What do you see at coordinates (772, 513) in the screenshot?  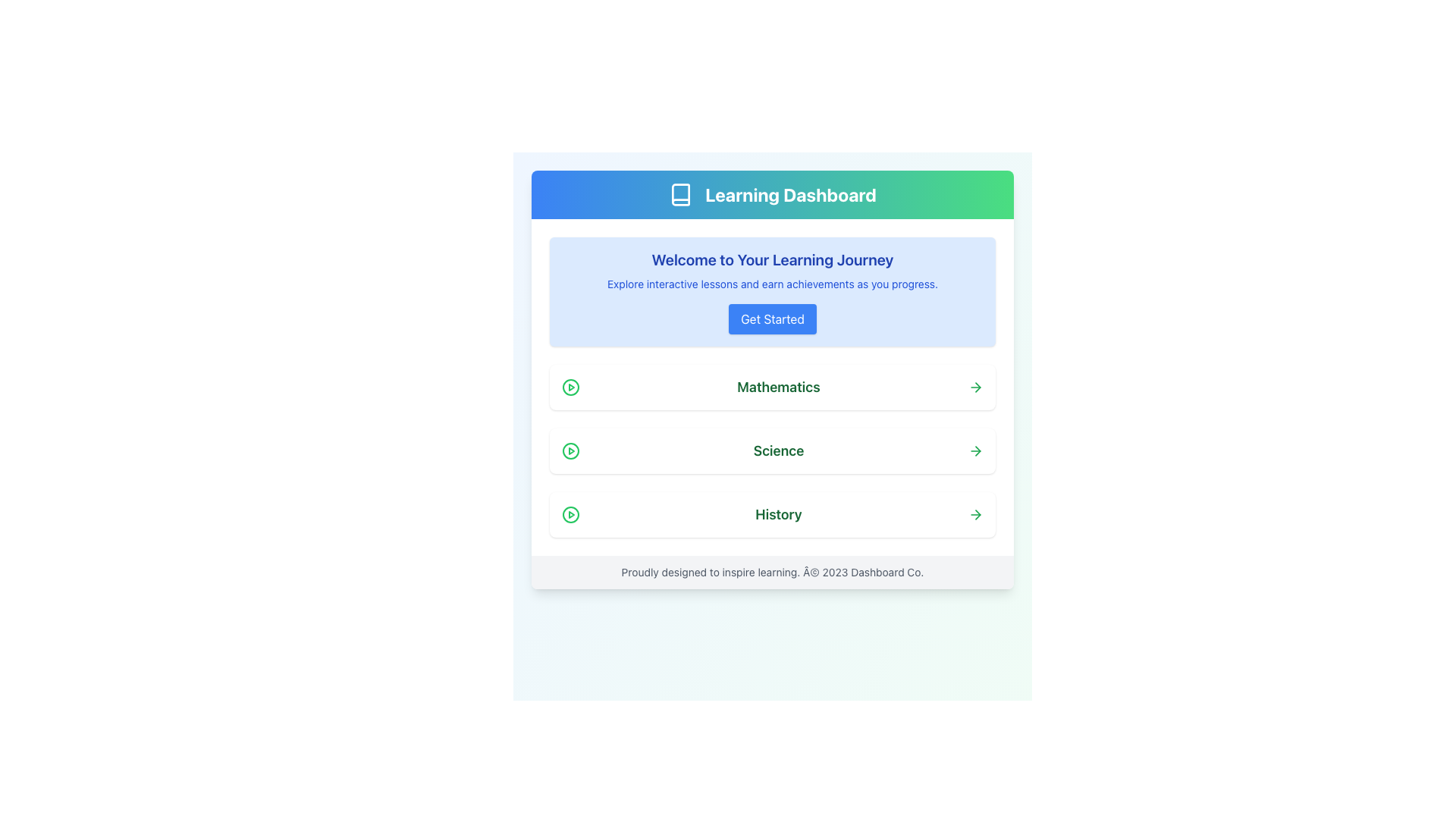 I see `the 'History' navigation button located below the 'Mathematics' and 'Science' buttons in the 'Welcome to Your Learning Journey' section` at bounding box center [772, 513].